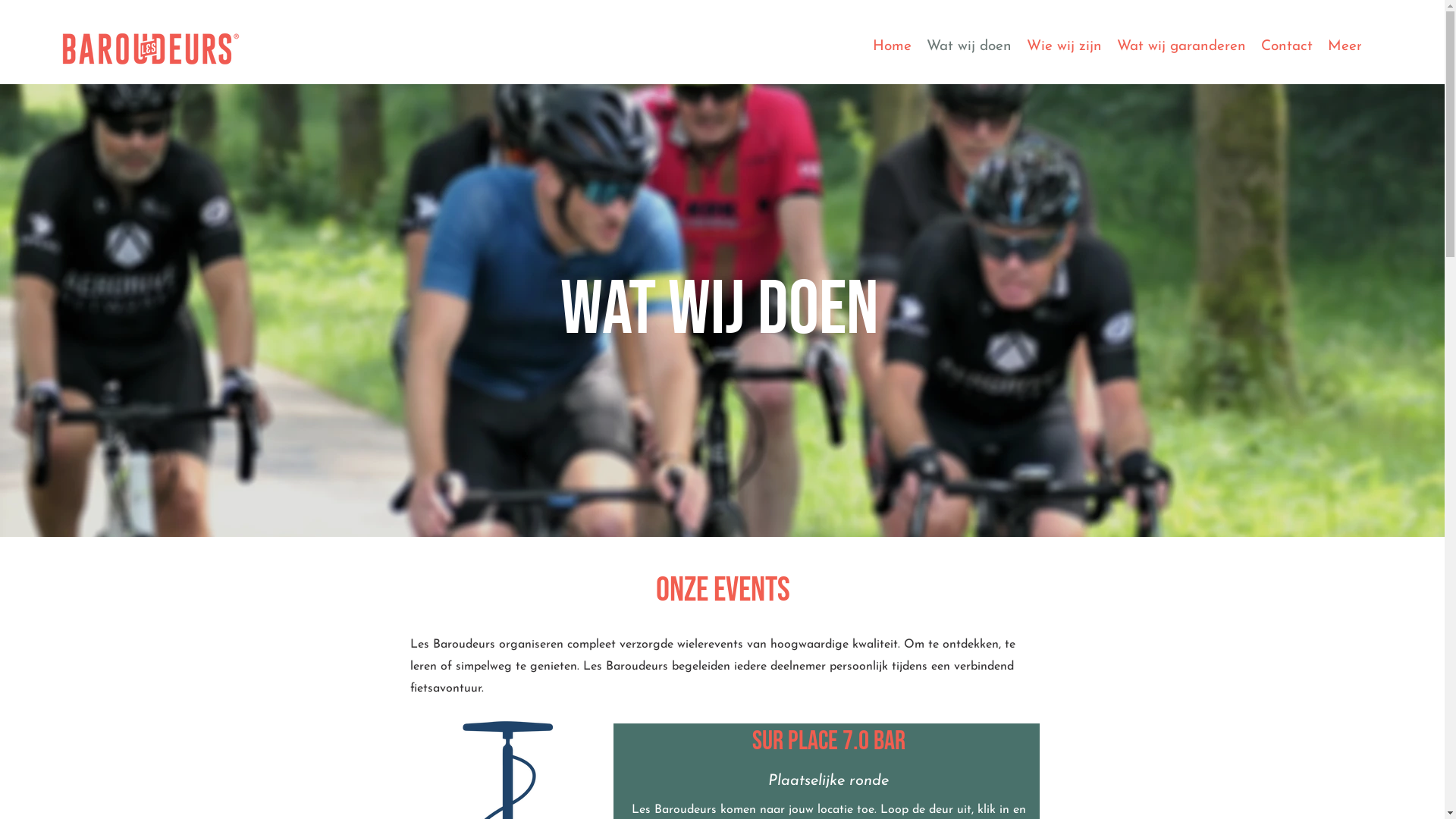  I want to click on 'Wat wij garanderen', so click(1109, 48).